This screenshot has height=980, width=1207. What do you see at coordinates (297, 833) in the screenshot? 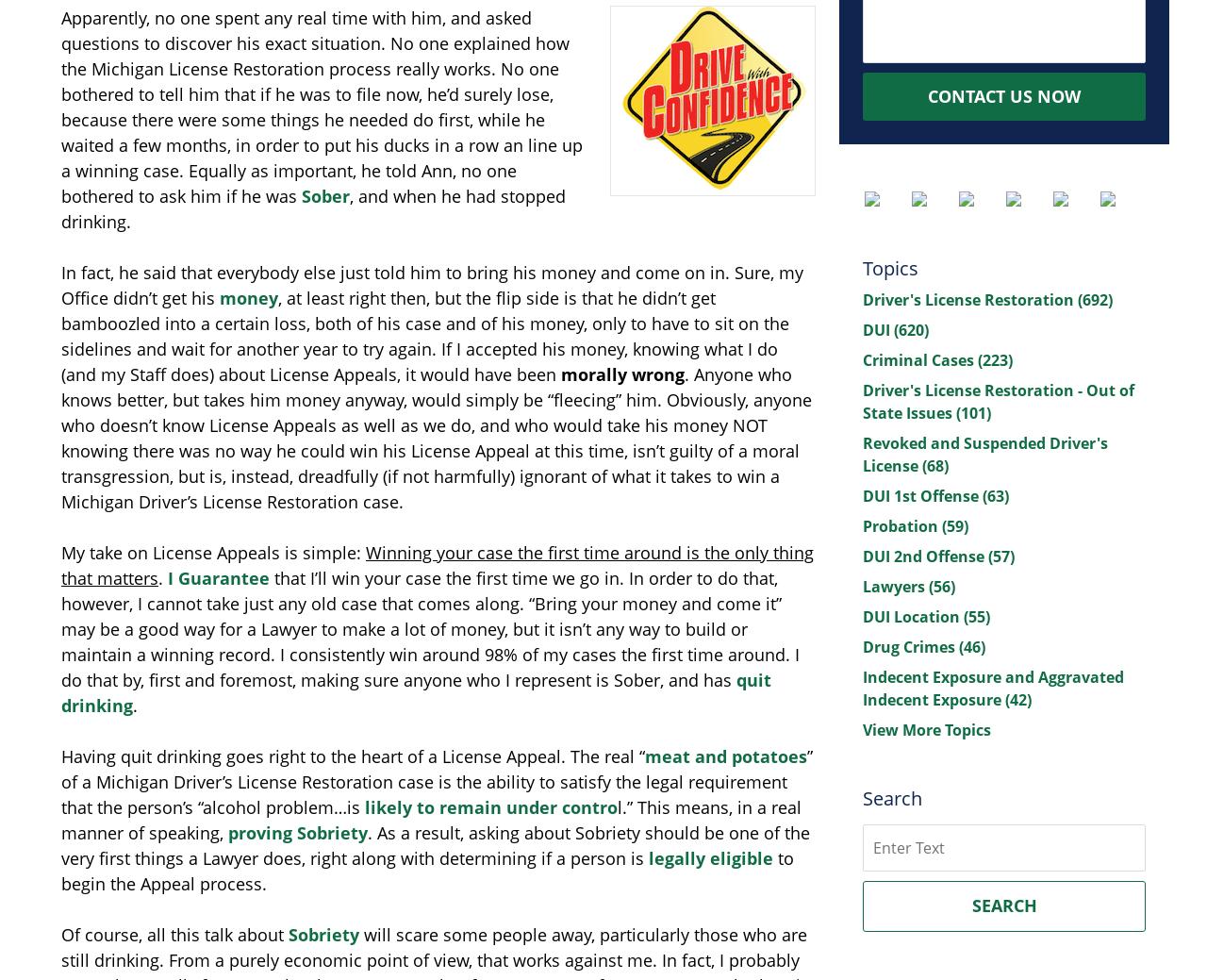
I see `'proving Sobriety'` at bounding box center [297, 833].